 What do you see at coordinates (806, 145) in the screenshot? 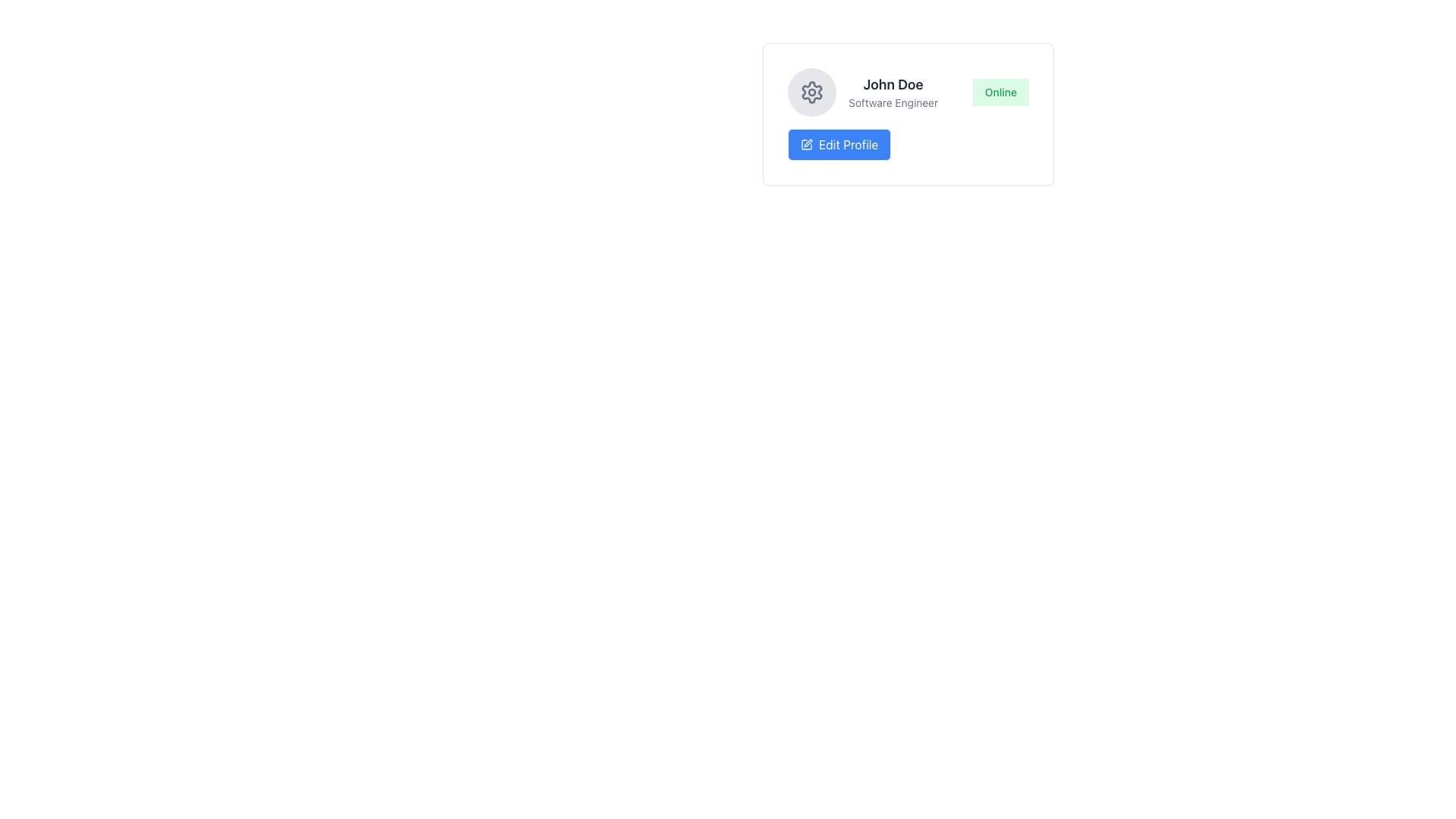
I see `the 'Edit Profile' button containing the pen icon, which is located in the lower-left area of the profile card` at bounding box center [806, 145].